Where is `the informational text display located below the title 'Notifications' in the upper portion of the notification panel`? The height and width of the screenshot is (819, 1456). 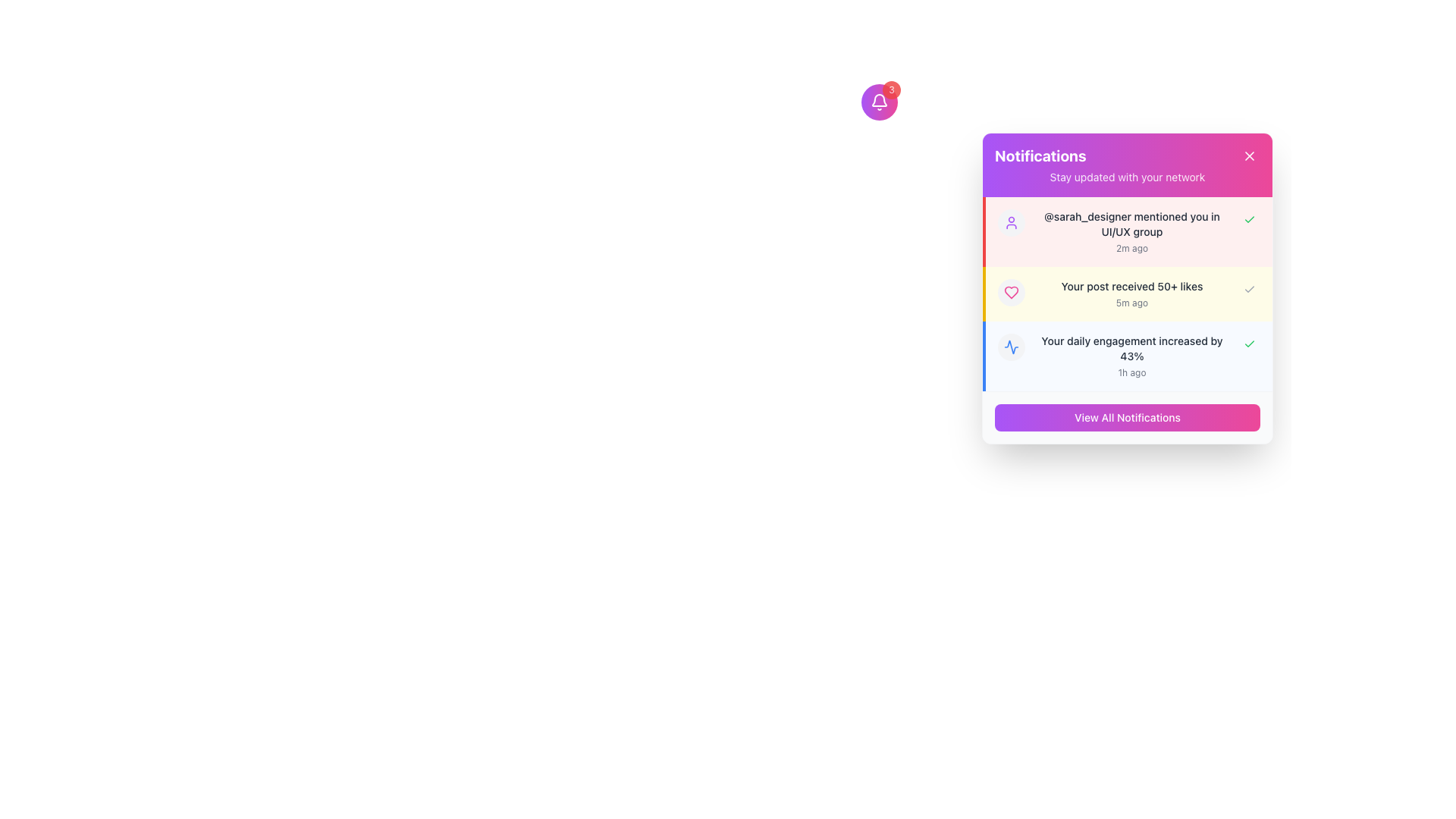 the informational text display located below the title 'Notifications' in the upper portion of the notification panel is located at coordinates (1128, 177).